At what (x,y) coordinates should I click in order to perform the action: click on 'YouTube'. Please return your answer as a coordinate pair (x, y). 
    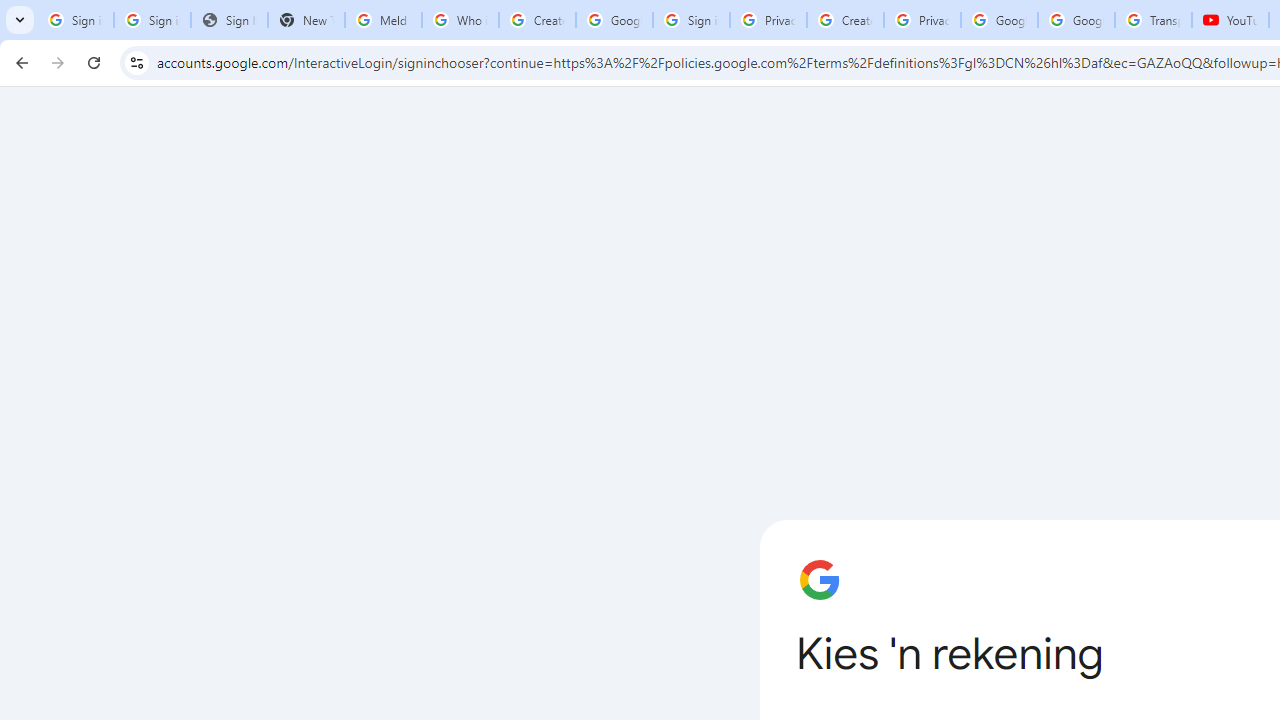
    Looking at the image, I should click on (1229, 20).